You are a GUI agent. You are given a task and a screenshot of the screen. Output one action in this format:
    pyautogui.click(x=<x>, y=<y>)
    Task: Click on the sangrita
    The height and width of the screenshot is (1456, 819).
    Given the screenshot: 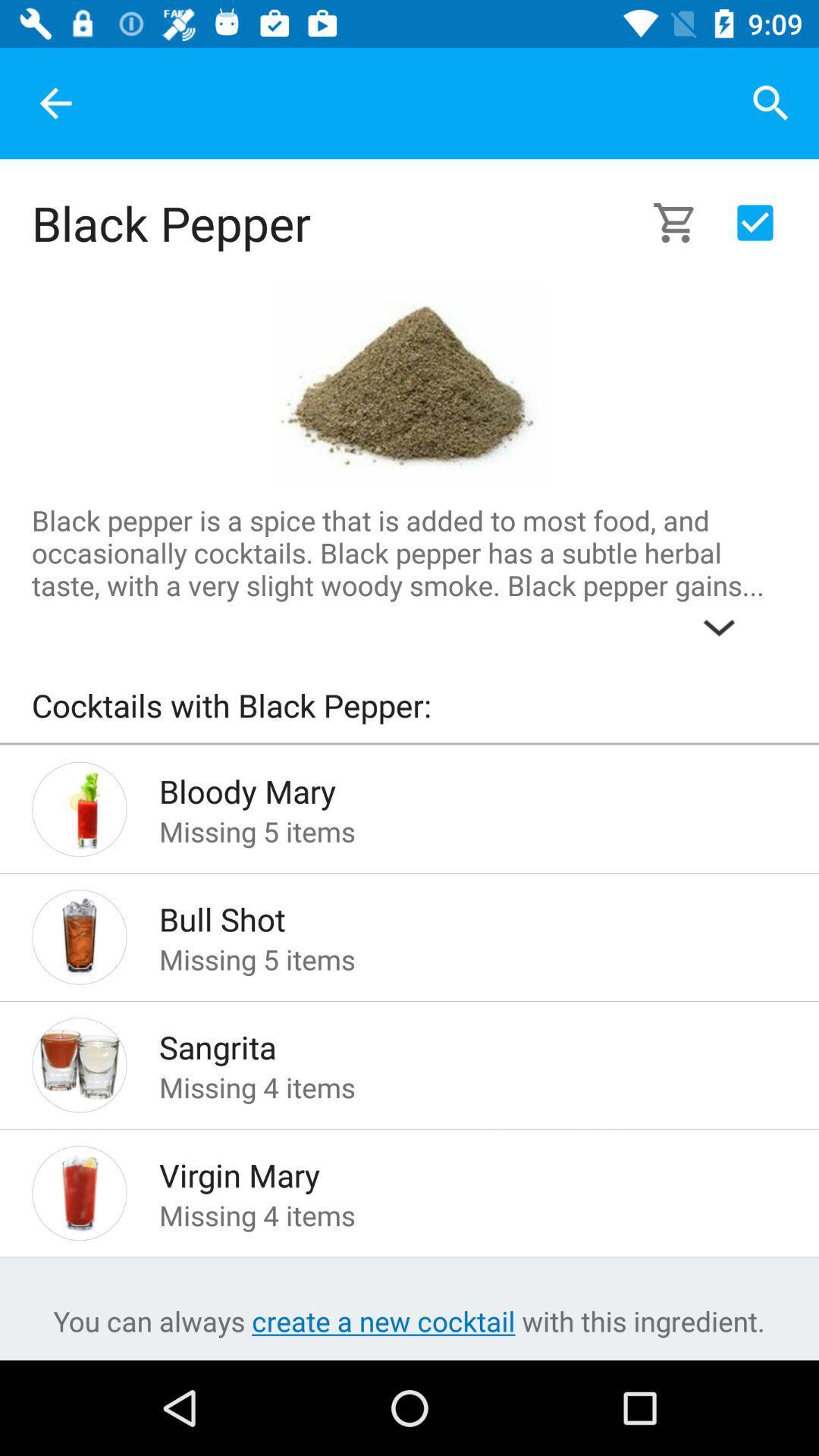 What is the action you would take?
    pyautogui.click(x=448, y=1042)
    